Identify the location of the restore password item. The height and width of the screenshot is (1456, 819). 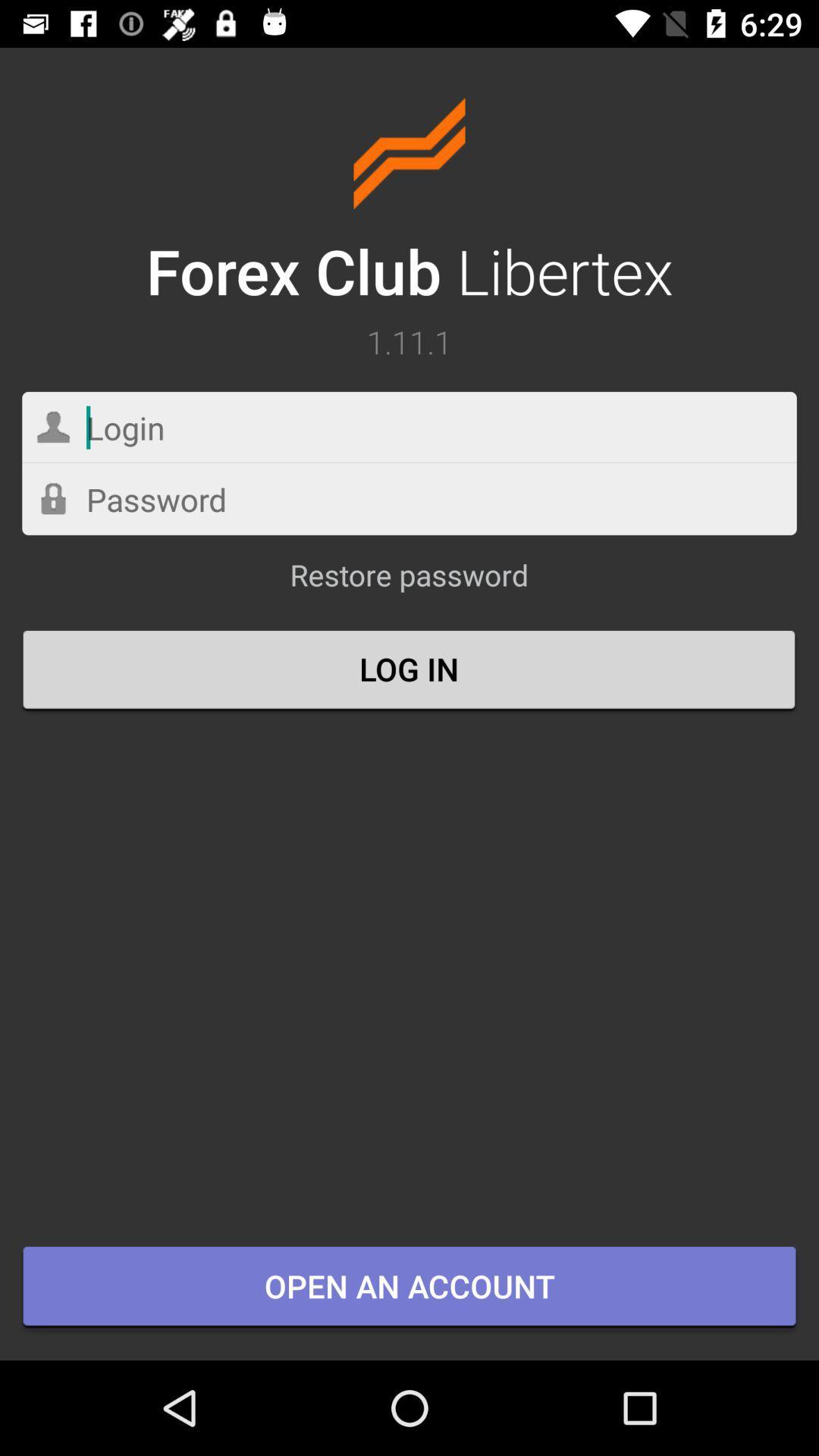
(408, 582).